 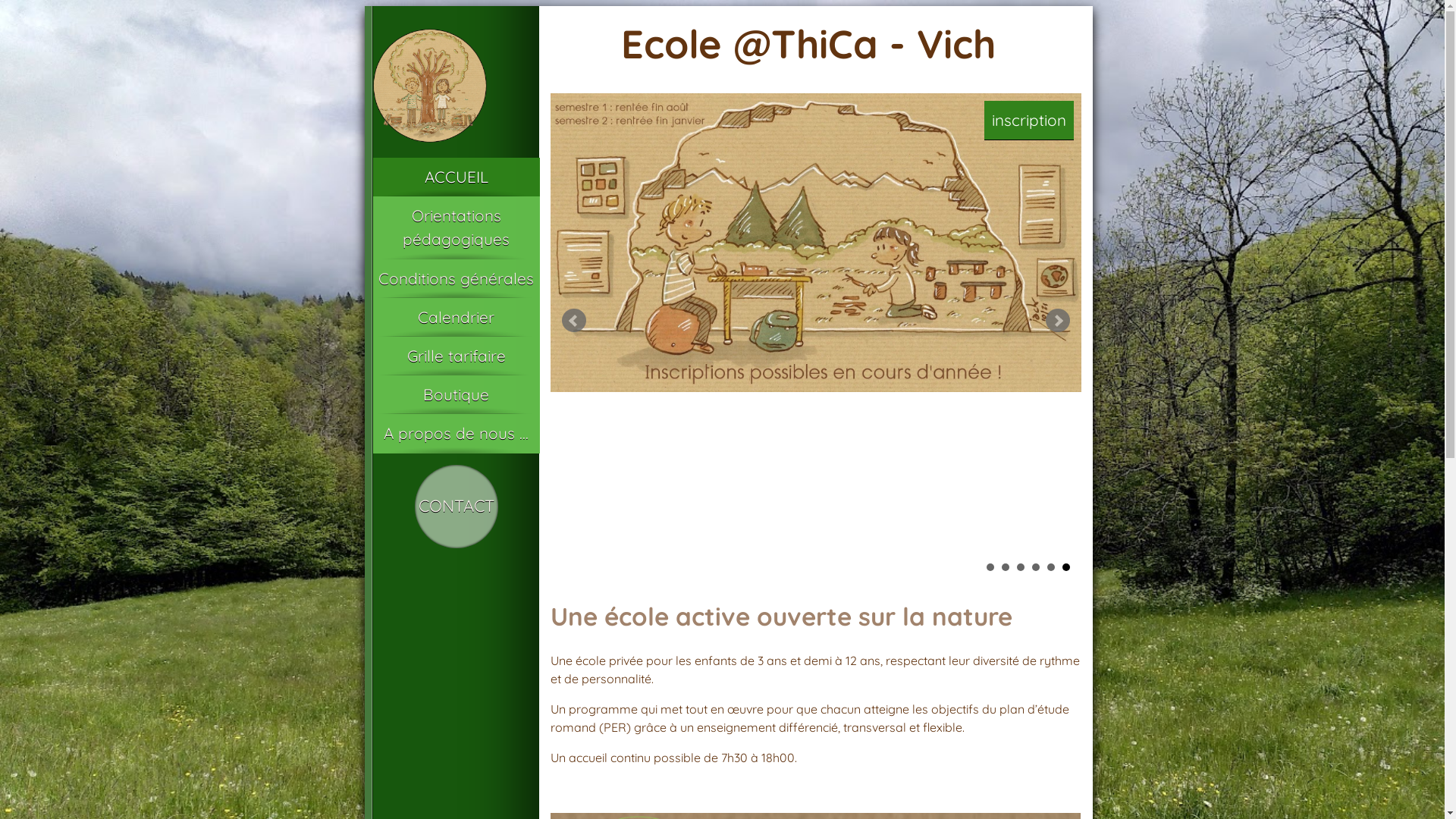 What do you see at coordinates (1004, 567) in the screenshot?
I see `'2'` at bounding box center [1004, 567].